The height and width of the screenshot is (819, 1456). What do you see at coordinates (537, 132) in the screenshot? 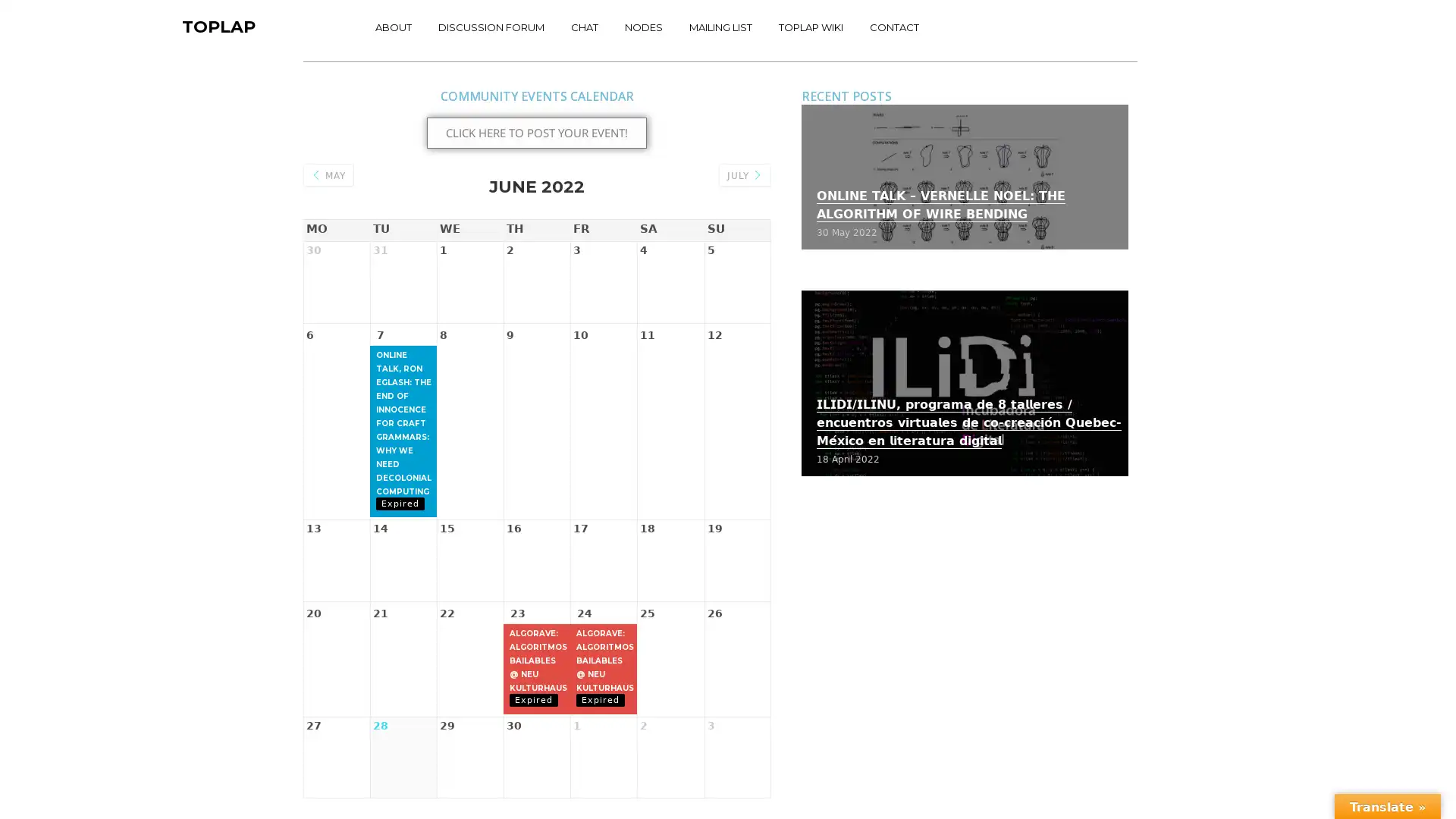
I see `CLICK HERE TO POST YOUR EVENT!` at bounding box center [537, 132].